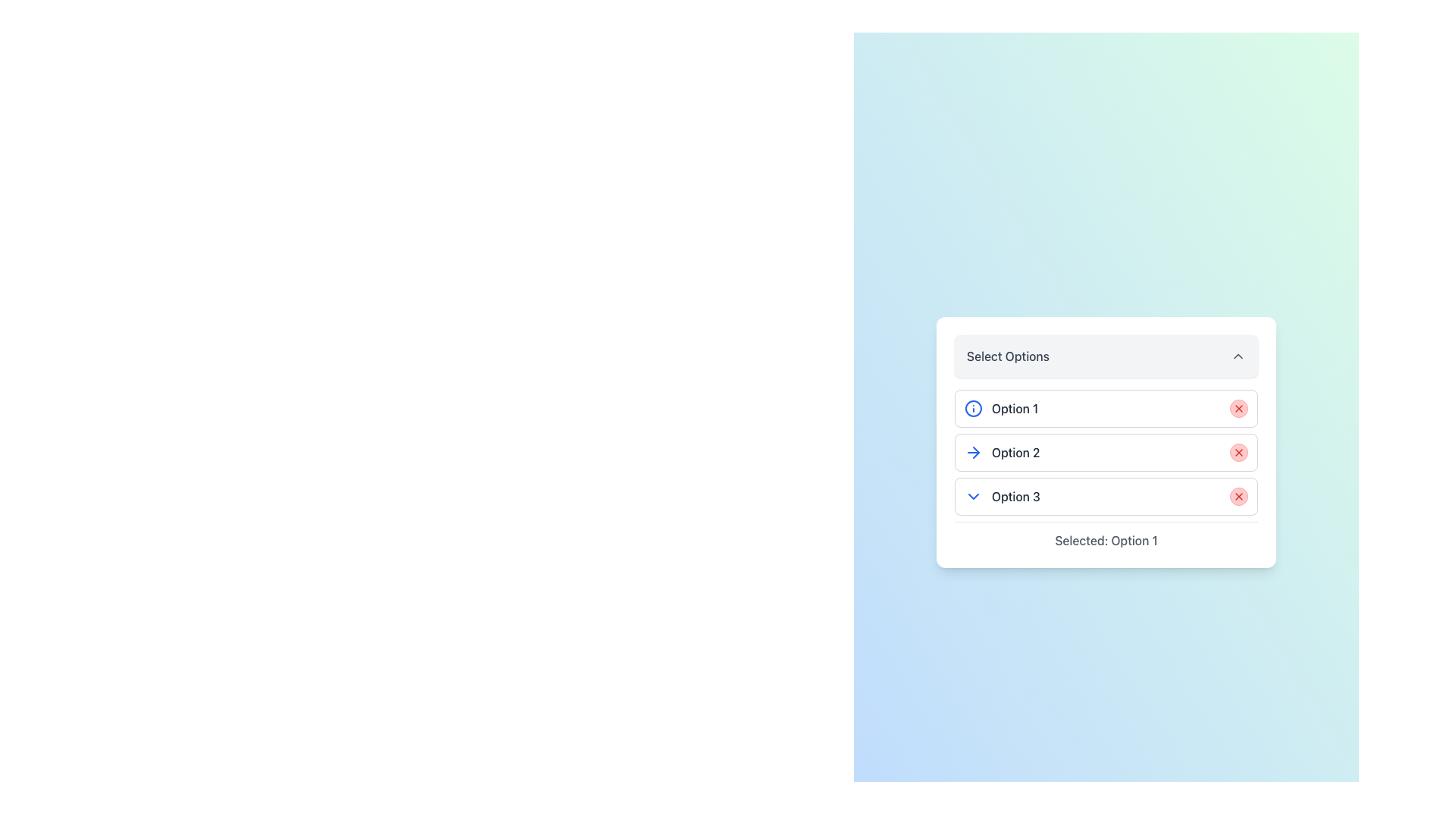  Describe the element at coordinates (1238, 496) in the screenshot. I see `the delete icon button located in the third row of the dropdown panel` at that location.